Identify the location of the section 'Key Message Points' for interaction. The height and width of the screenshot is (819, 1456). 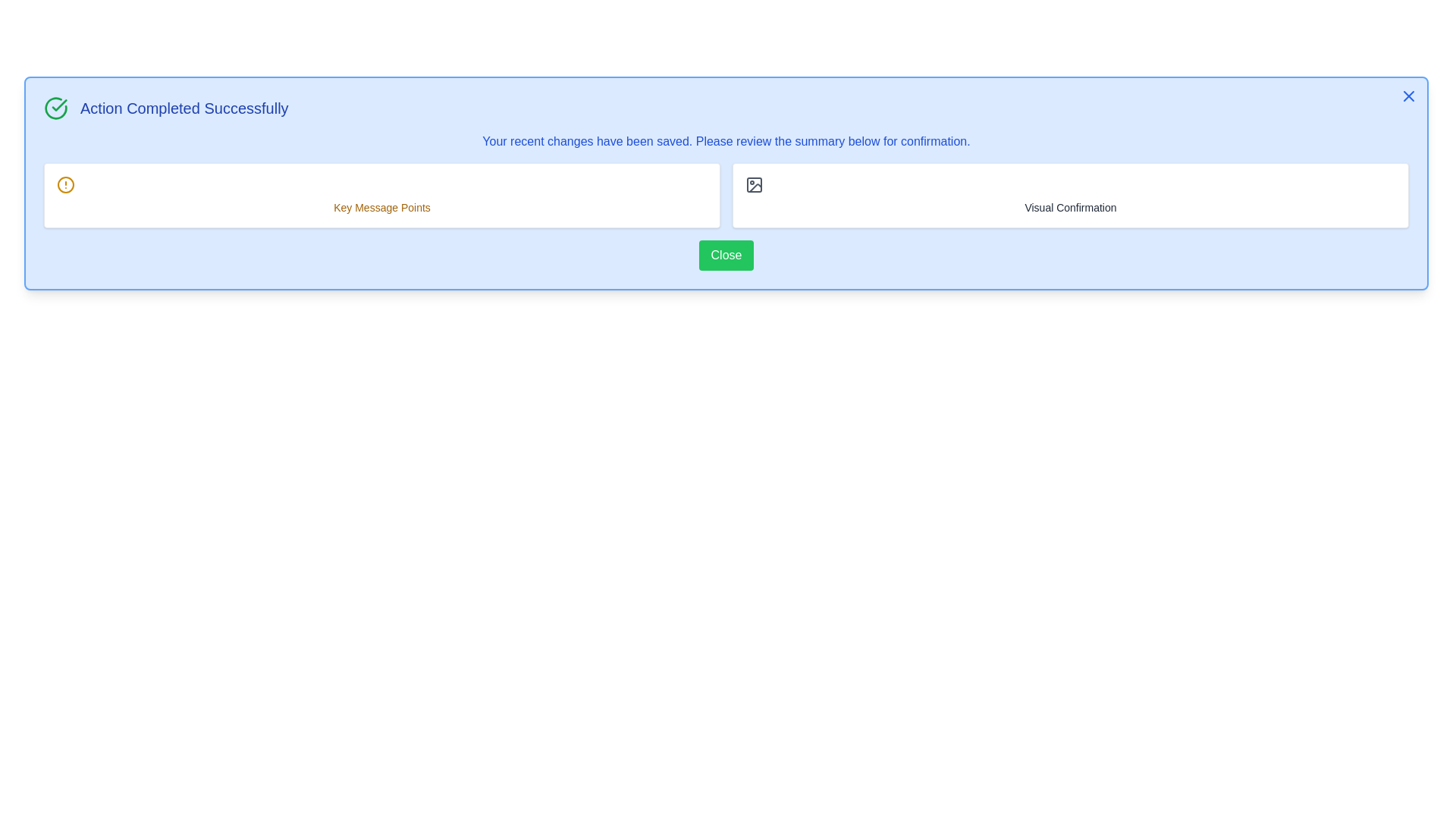
(382, 195).